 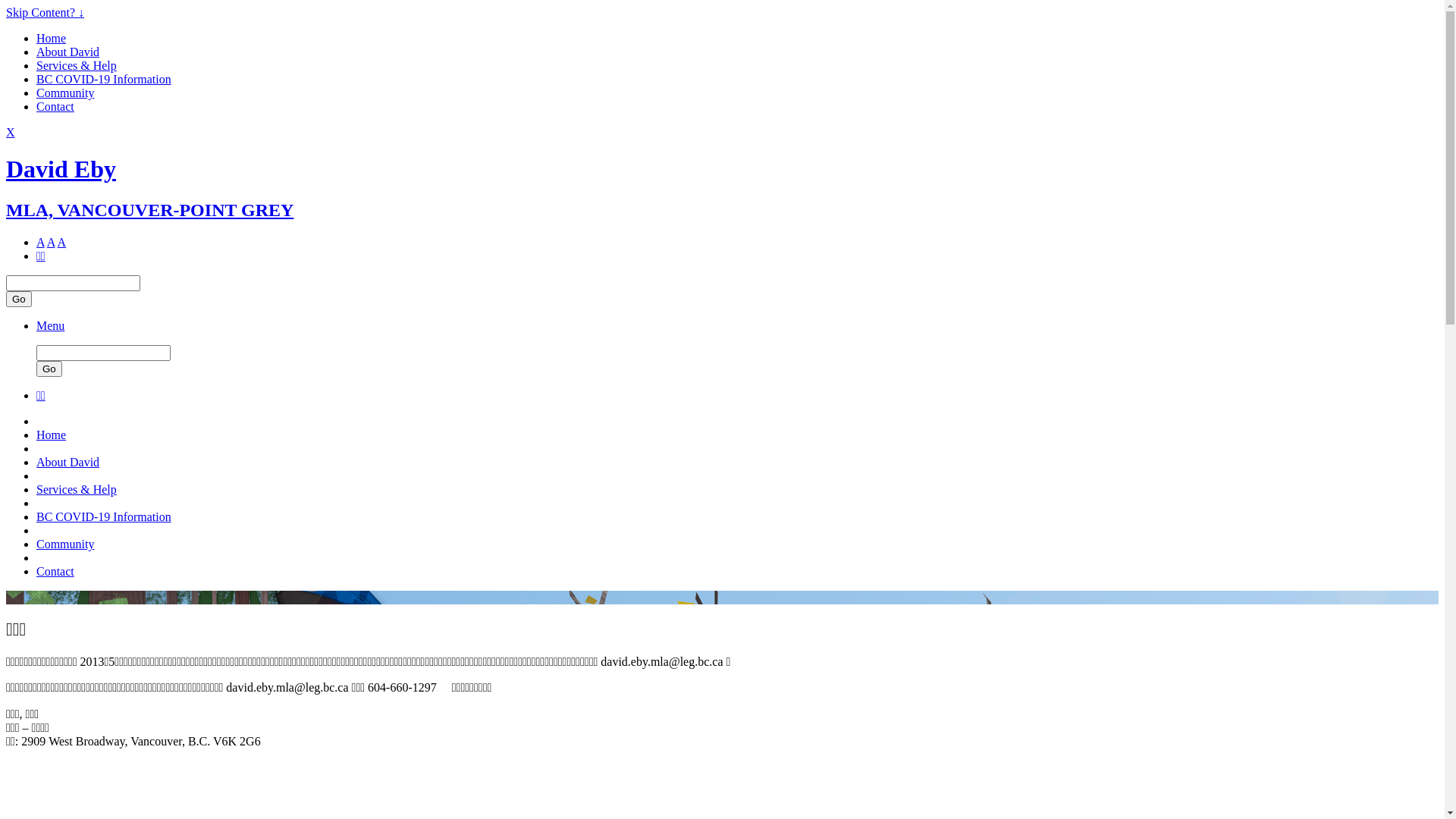 I want to click on 'MLA, VANCOUVER-POINT GREY', so click(x=149, y=210).